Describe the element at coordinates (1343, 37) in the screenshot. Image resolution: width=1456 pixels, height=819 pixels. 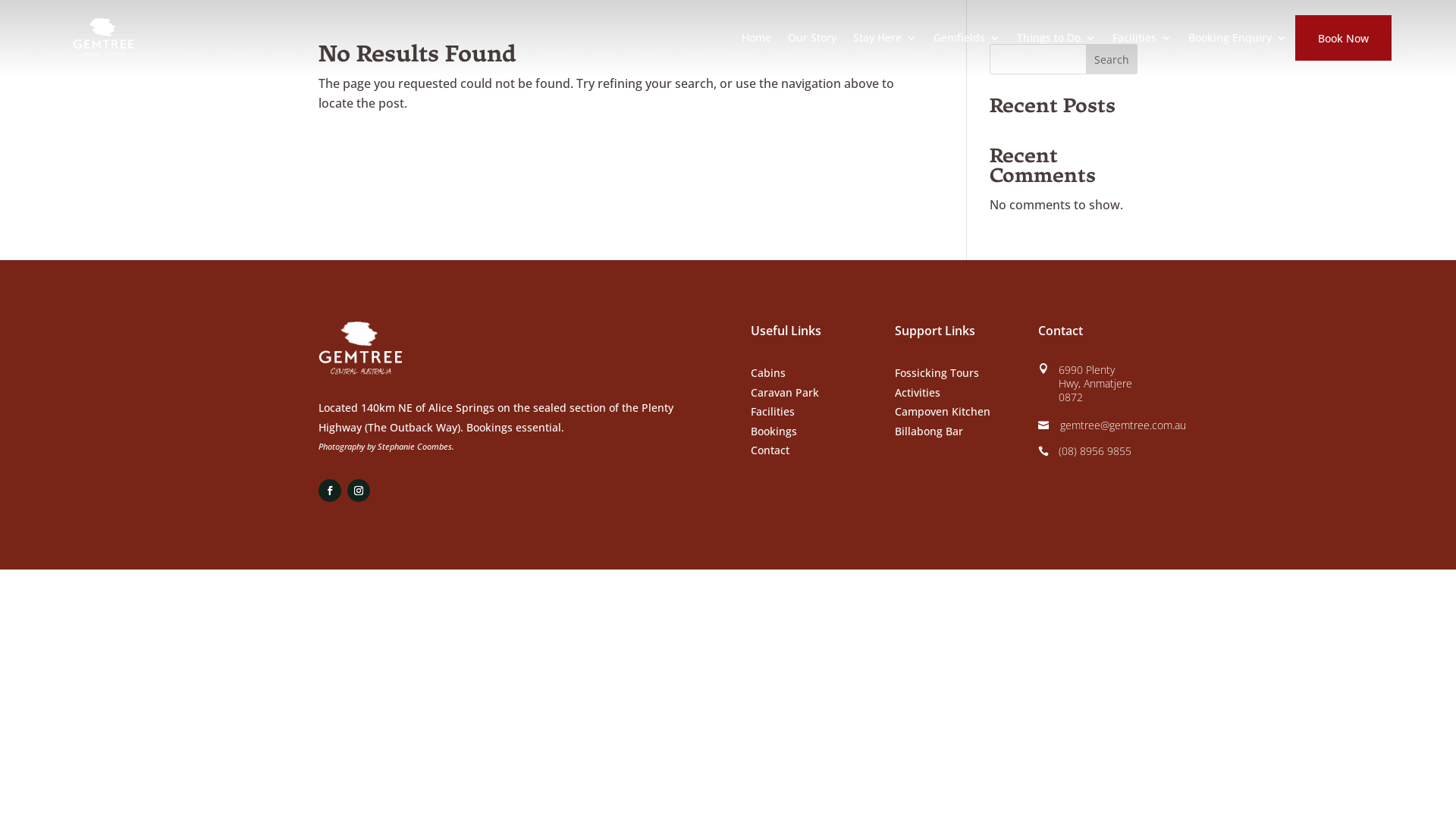
I see `'Book Now'` at that location.